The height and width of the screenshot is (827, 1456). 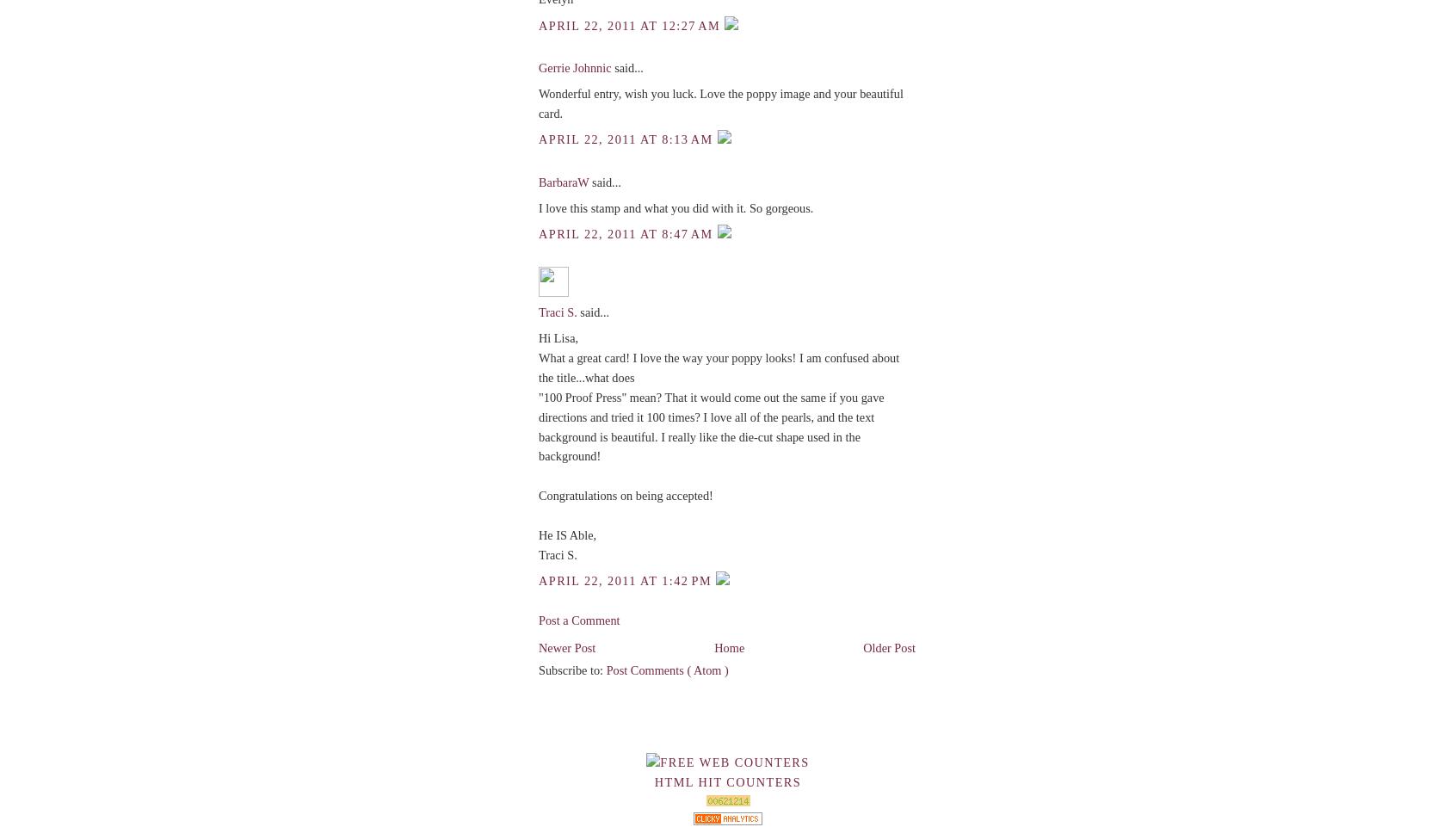 What do you see at coordinates (630, 24) in the screenshot?
I see `'April 22, 2011 at 12:27 AM'` at bounding box center [630, 24].